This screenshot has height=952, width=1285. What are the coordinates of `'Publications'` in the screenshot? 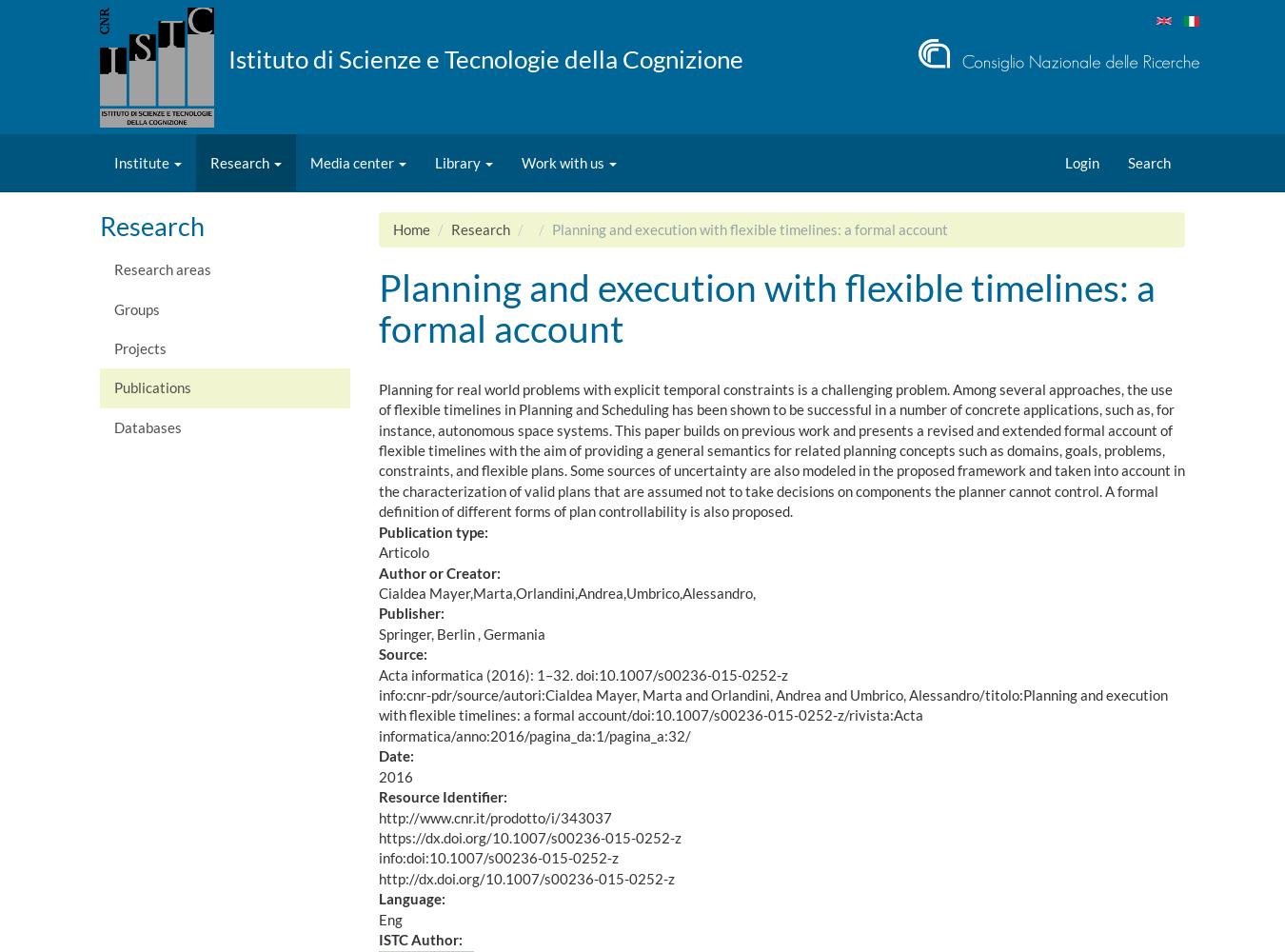 It's located at (152, 387).